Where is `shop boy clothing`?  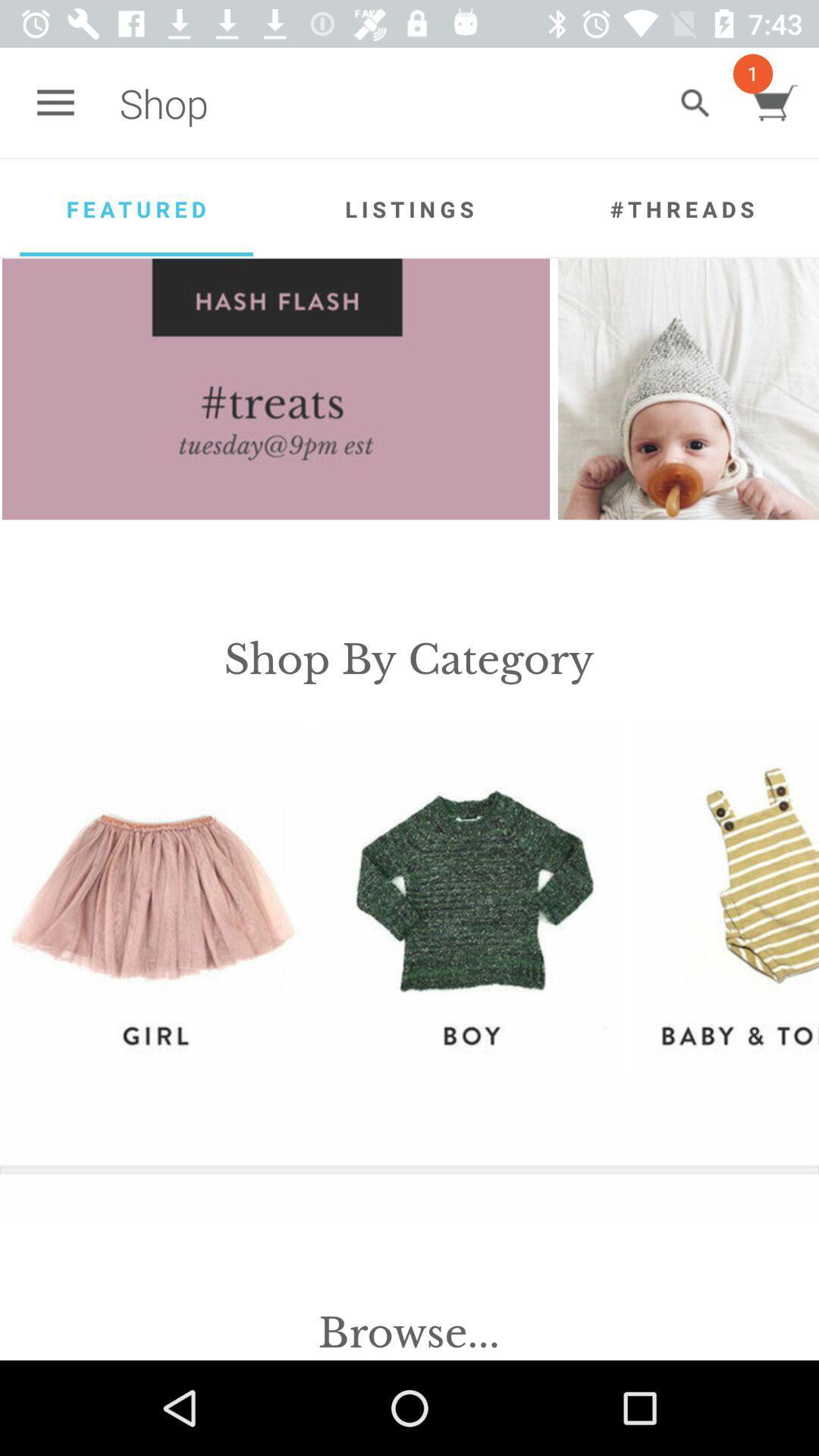
shop boy clothing is located at coordinates (469, 899).